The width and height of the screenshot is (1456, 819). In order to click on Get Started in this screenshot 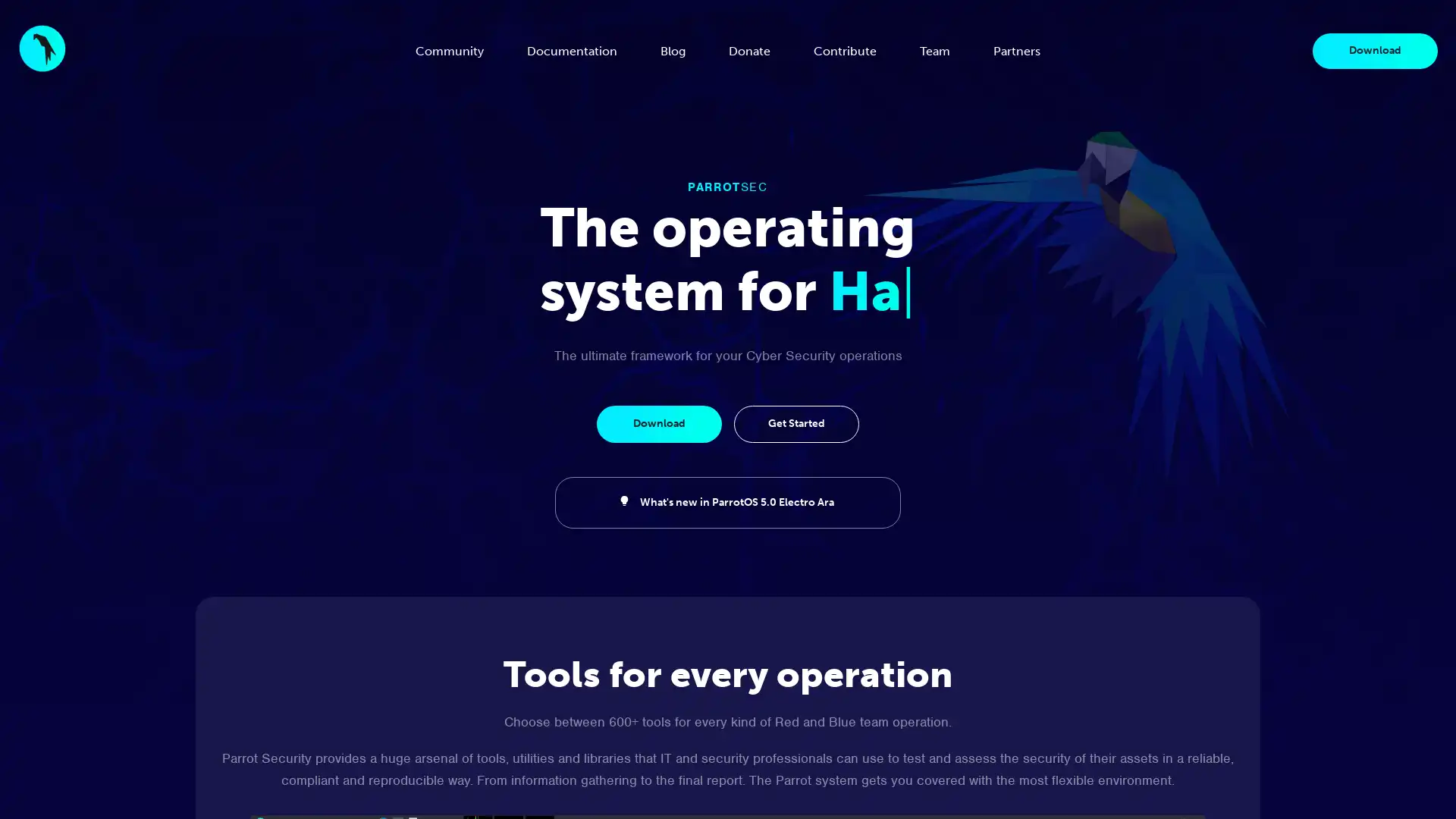, I will do `click(795, 424)`.